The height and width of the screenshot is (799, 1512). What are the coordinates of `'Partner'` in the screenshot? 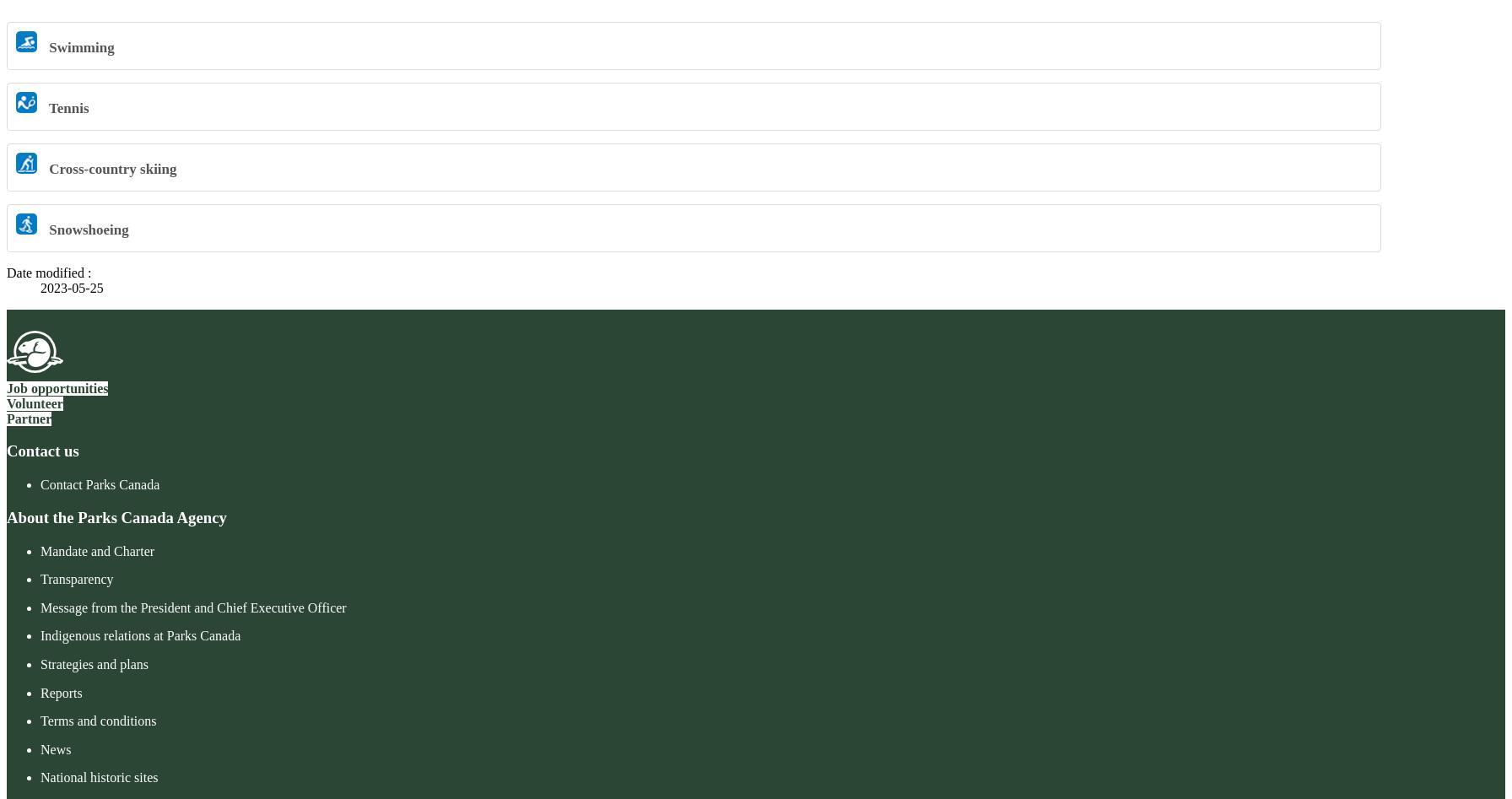 It's located at (7, 417).